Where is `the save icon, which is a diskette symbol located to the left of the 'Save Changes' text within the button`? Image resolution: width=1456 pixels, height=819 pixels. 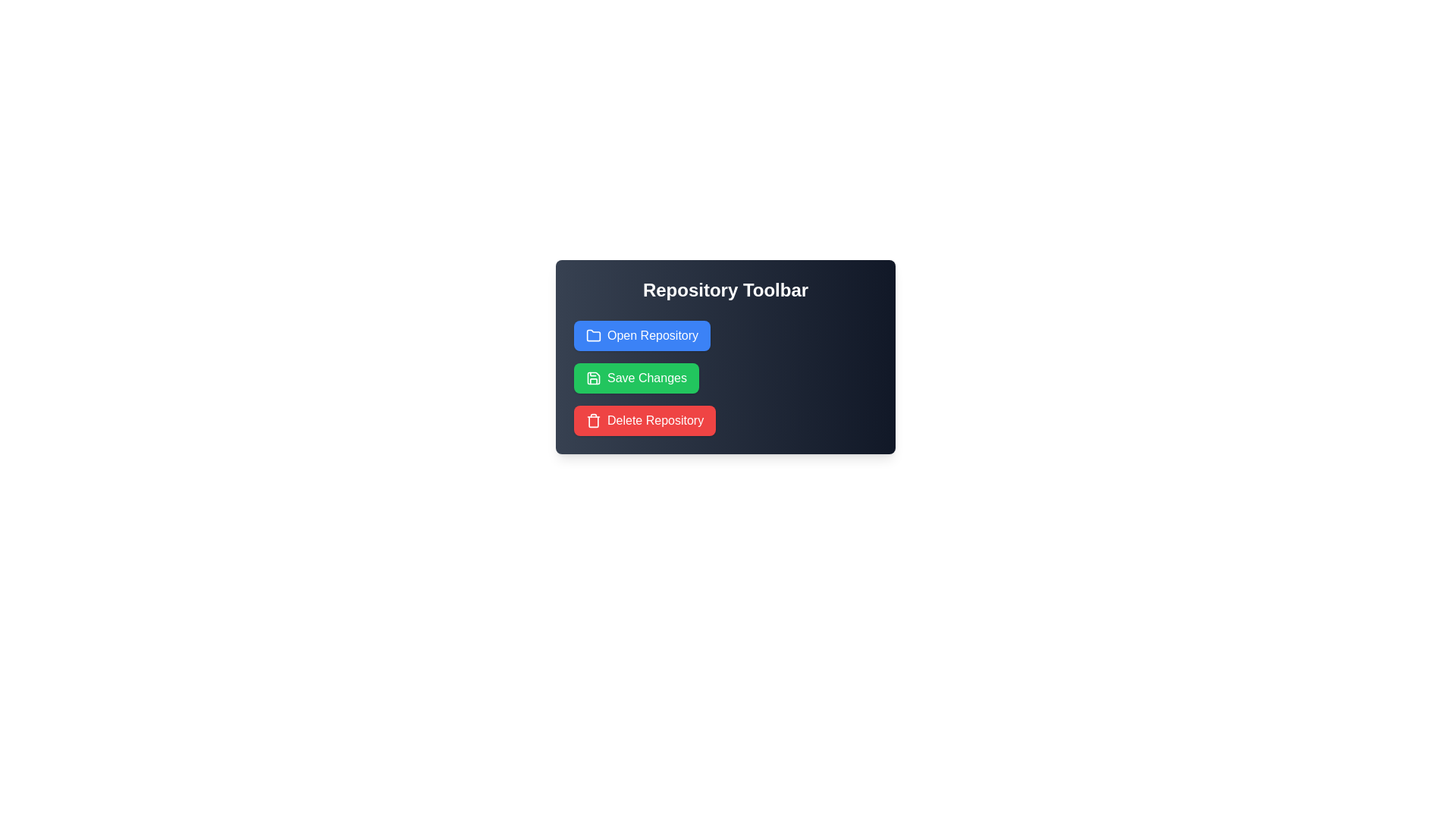
the save icon, which is a diskette symbol located to the left of the 'Save Changes' text within the button is located at coordinates (592, 377).